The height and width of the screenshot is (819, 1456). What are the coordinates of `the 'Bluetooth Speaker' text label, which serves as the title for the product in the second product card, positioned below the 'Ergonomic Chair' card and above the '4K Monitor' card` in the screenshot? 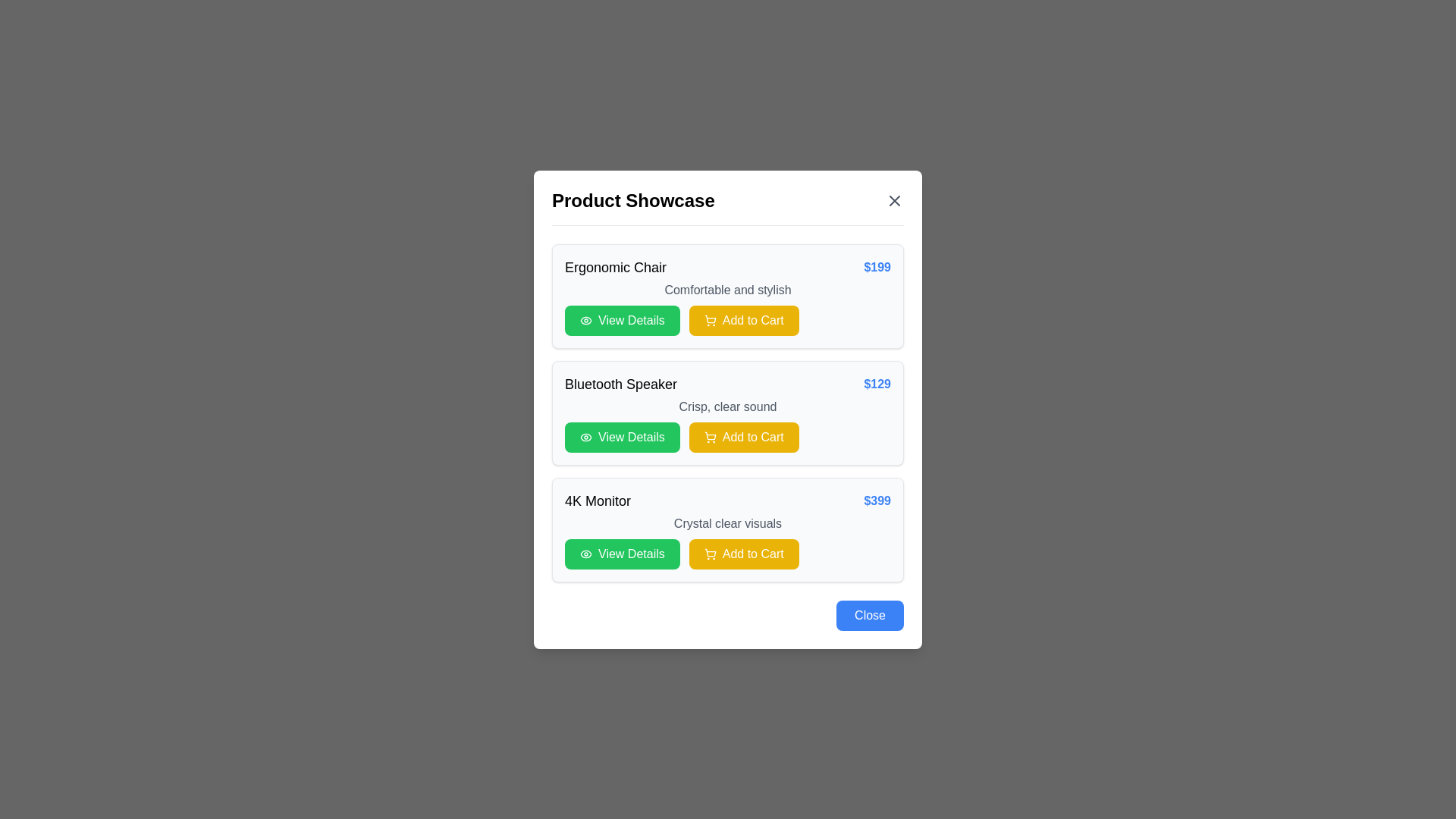 It's located at (621, 383).